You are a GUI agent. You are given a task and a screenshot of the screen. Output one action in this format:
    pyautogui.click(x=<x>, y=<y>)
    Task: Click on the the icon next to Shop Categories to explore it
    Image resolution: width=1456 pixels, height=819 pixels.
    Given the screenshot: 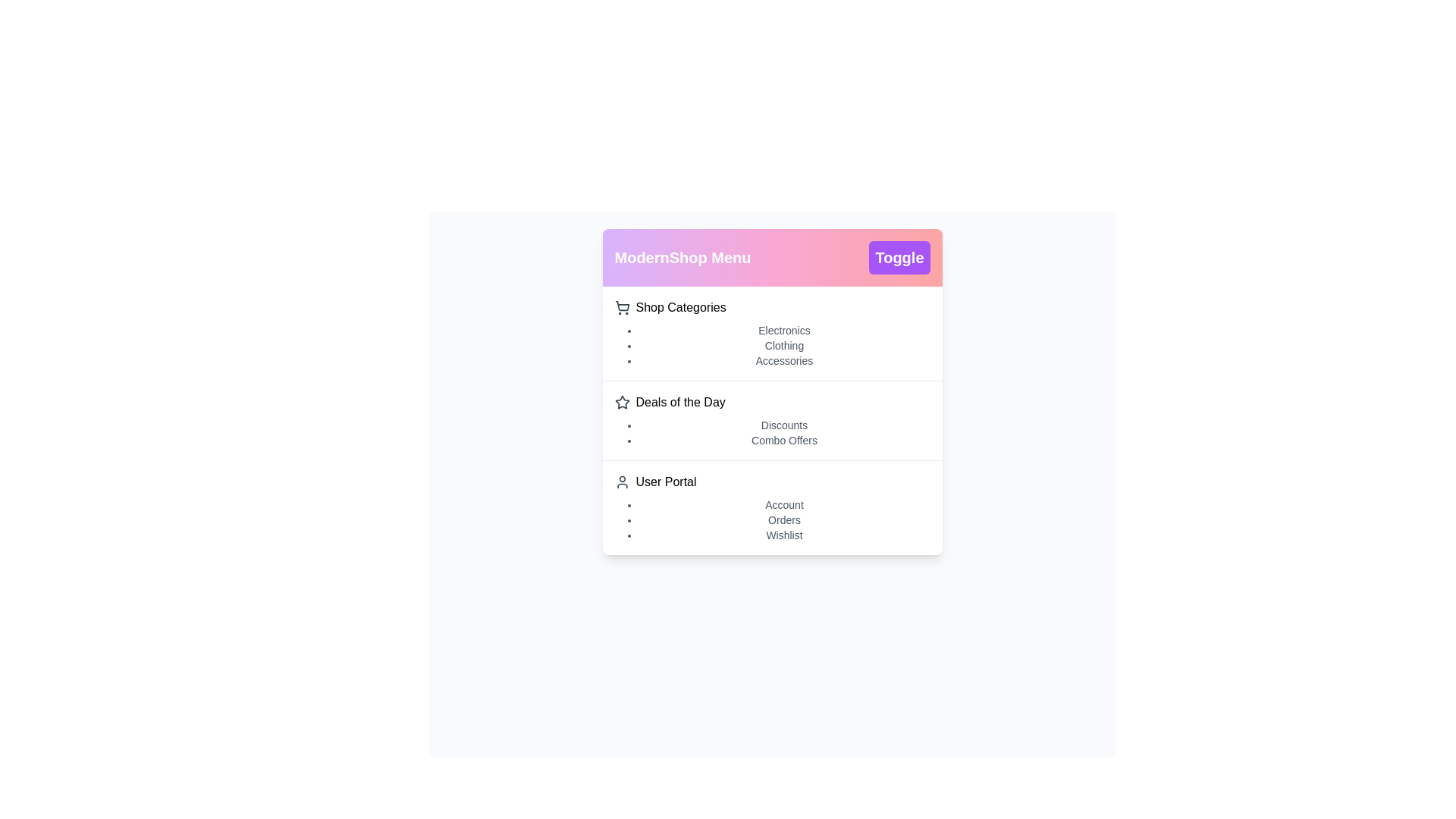 What is the action you would take?
    pyautogui.click(x=622, y=307)
    